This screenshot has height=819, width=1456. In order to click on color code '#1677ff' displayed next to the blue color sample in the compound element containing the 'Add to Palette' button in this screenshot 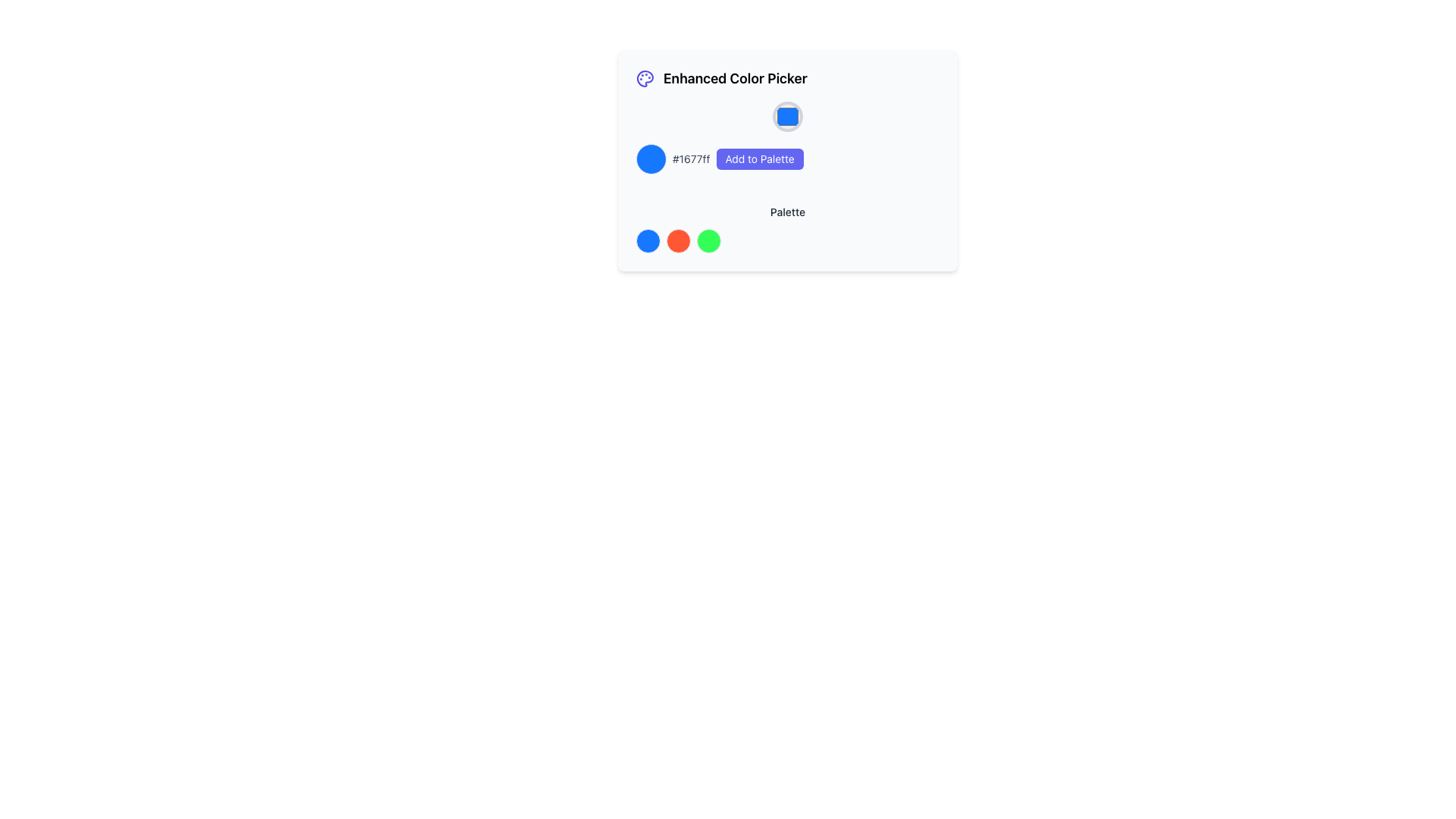, I will do `click(787, 137)`.